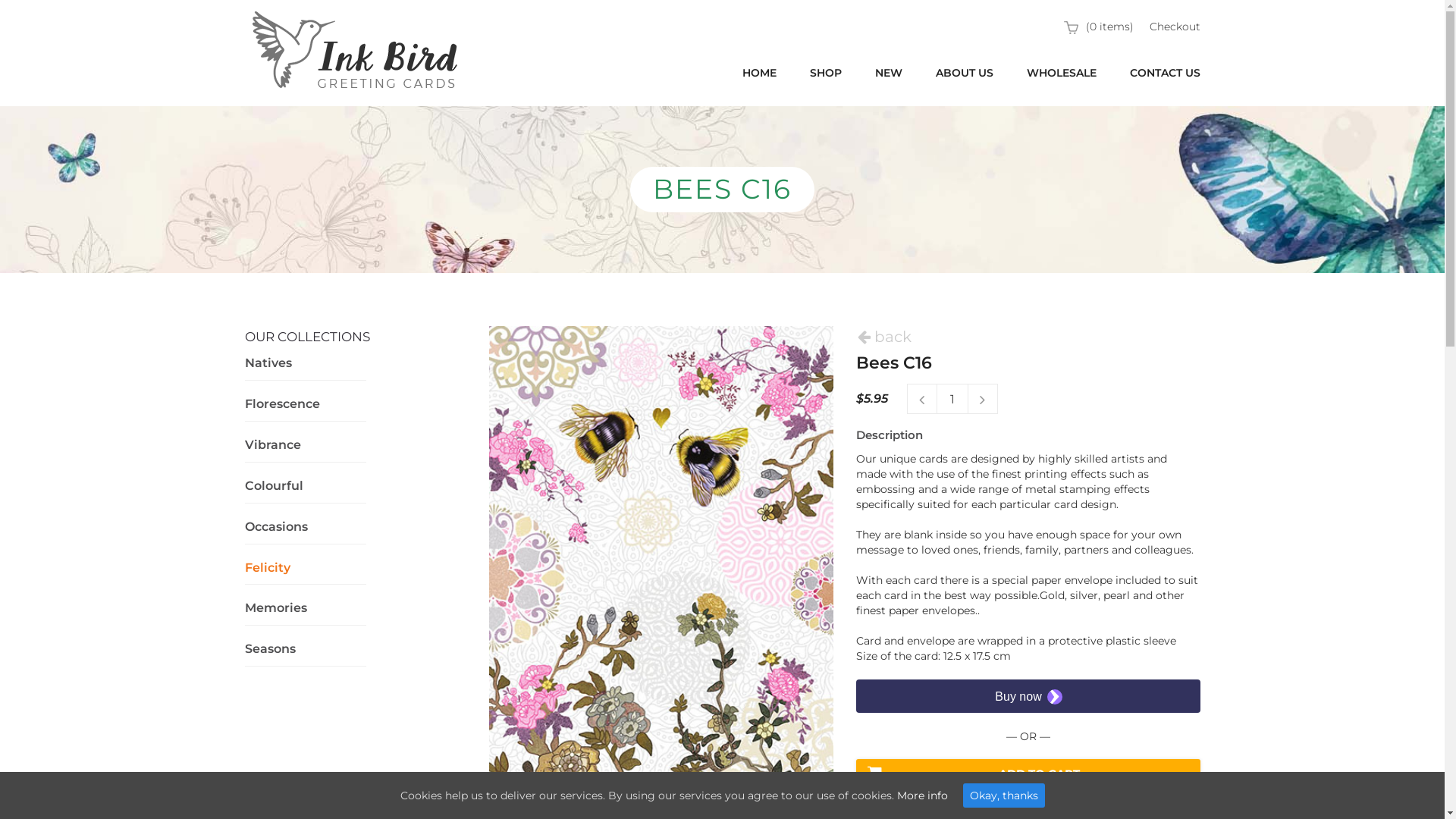  What do you see at coordinates (661, 571) in the screenshot?
I see `'Bees-C16'` at bounding box center [661, 571].